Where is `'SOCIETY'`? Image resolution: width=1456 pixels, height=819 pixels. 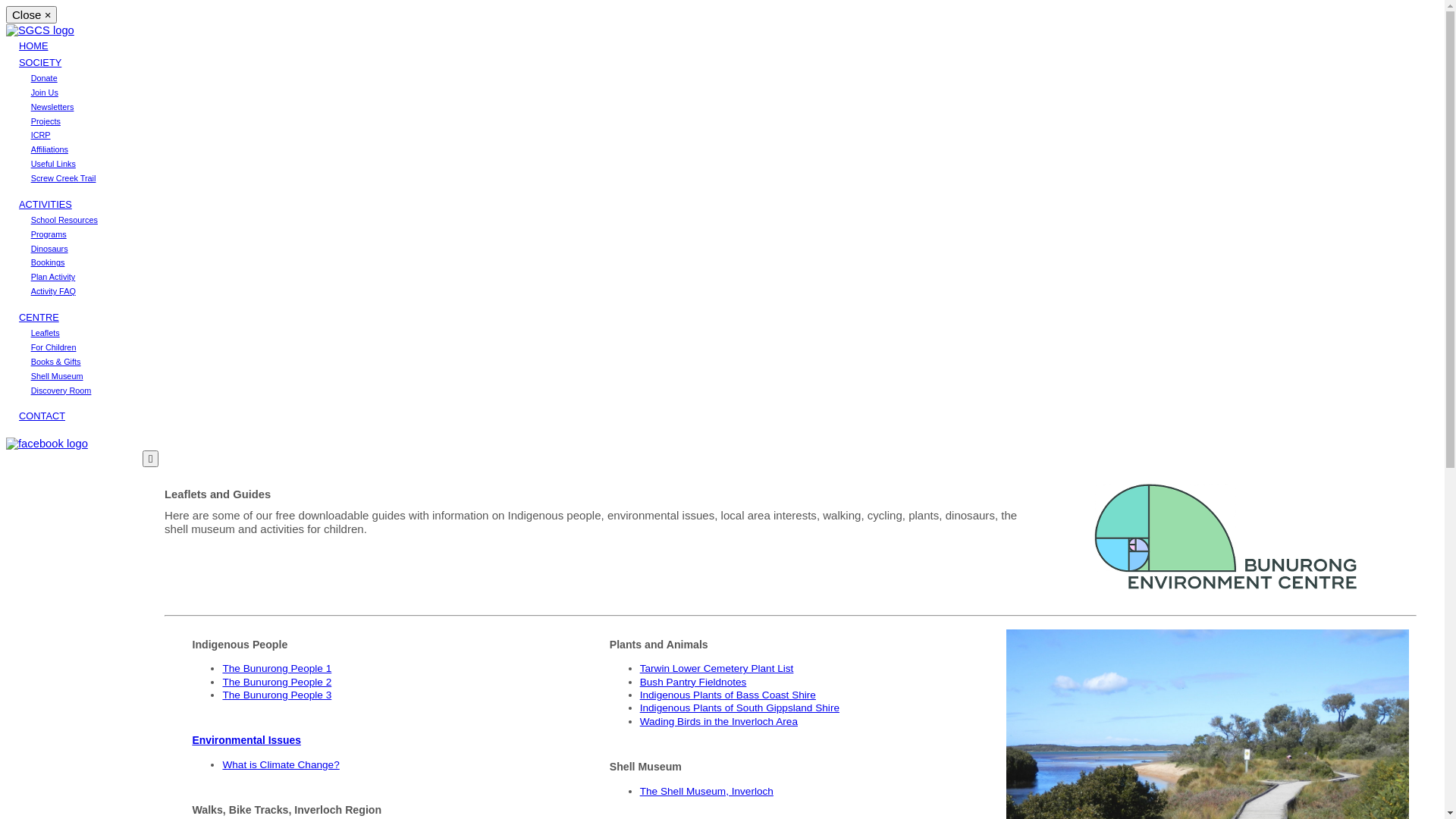
'SOCIETY' is located at coordinates (18, 61).